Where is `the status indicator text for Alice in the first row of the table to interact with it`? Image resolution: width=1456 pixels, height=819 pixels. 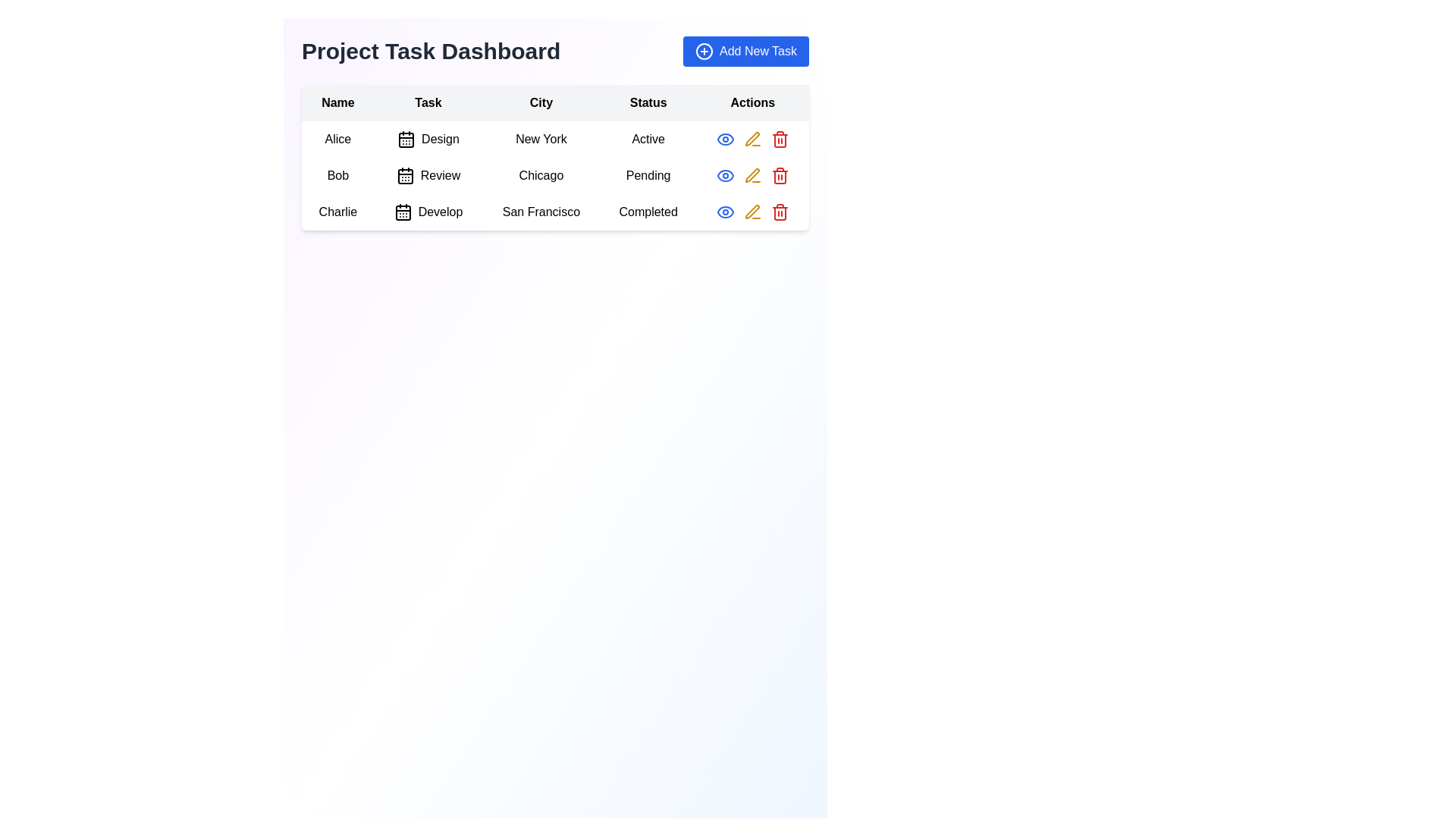 the status indicator text for Alice in the first row of the table to interact with it is located at coordinates (648, 140).